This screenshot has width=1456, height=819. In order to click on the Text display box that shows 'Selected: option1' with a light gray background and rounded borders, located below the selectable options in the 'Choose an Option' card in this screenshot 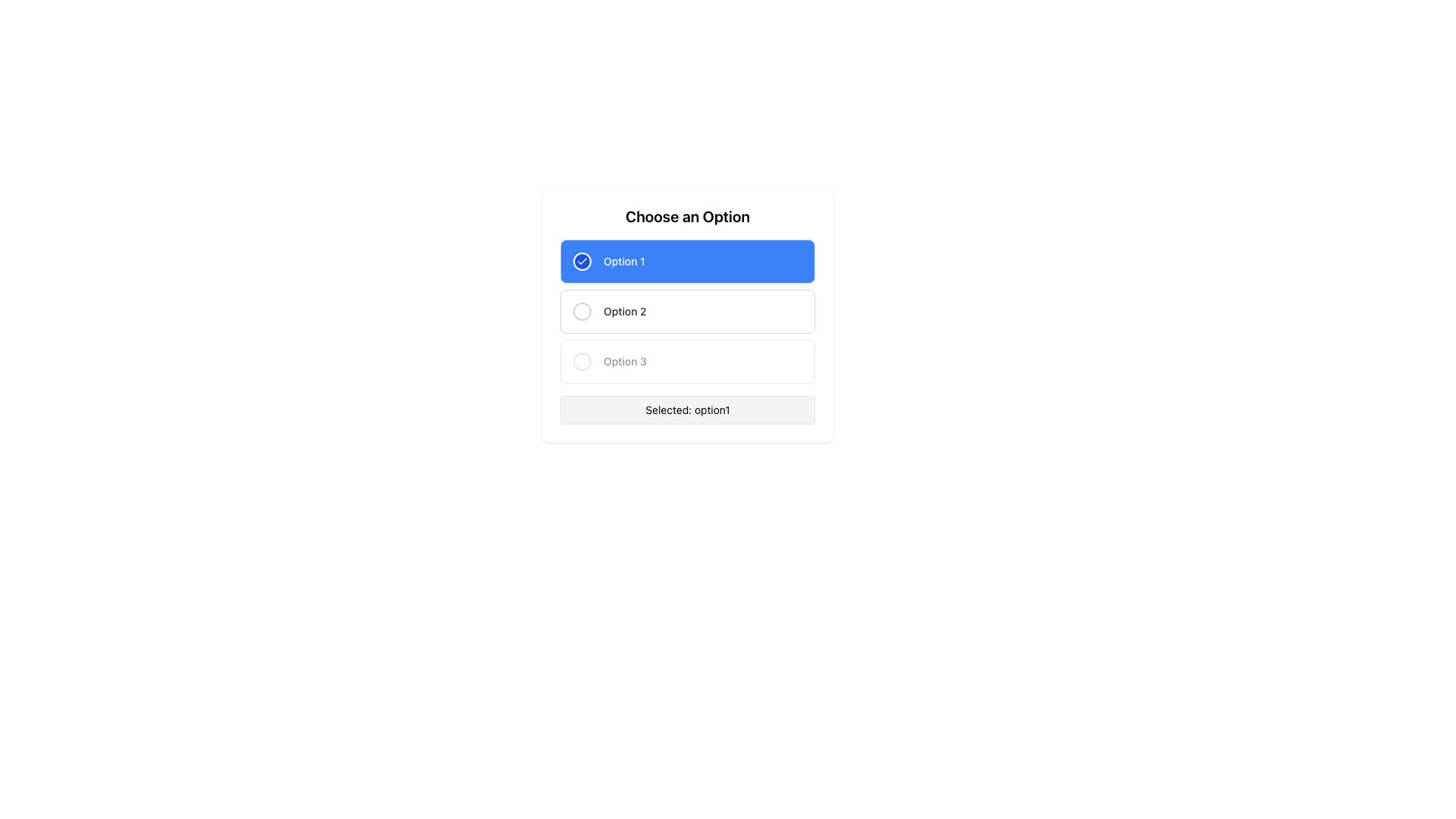, I will do `click(687, 409)`.